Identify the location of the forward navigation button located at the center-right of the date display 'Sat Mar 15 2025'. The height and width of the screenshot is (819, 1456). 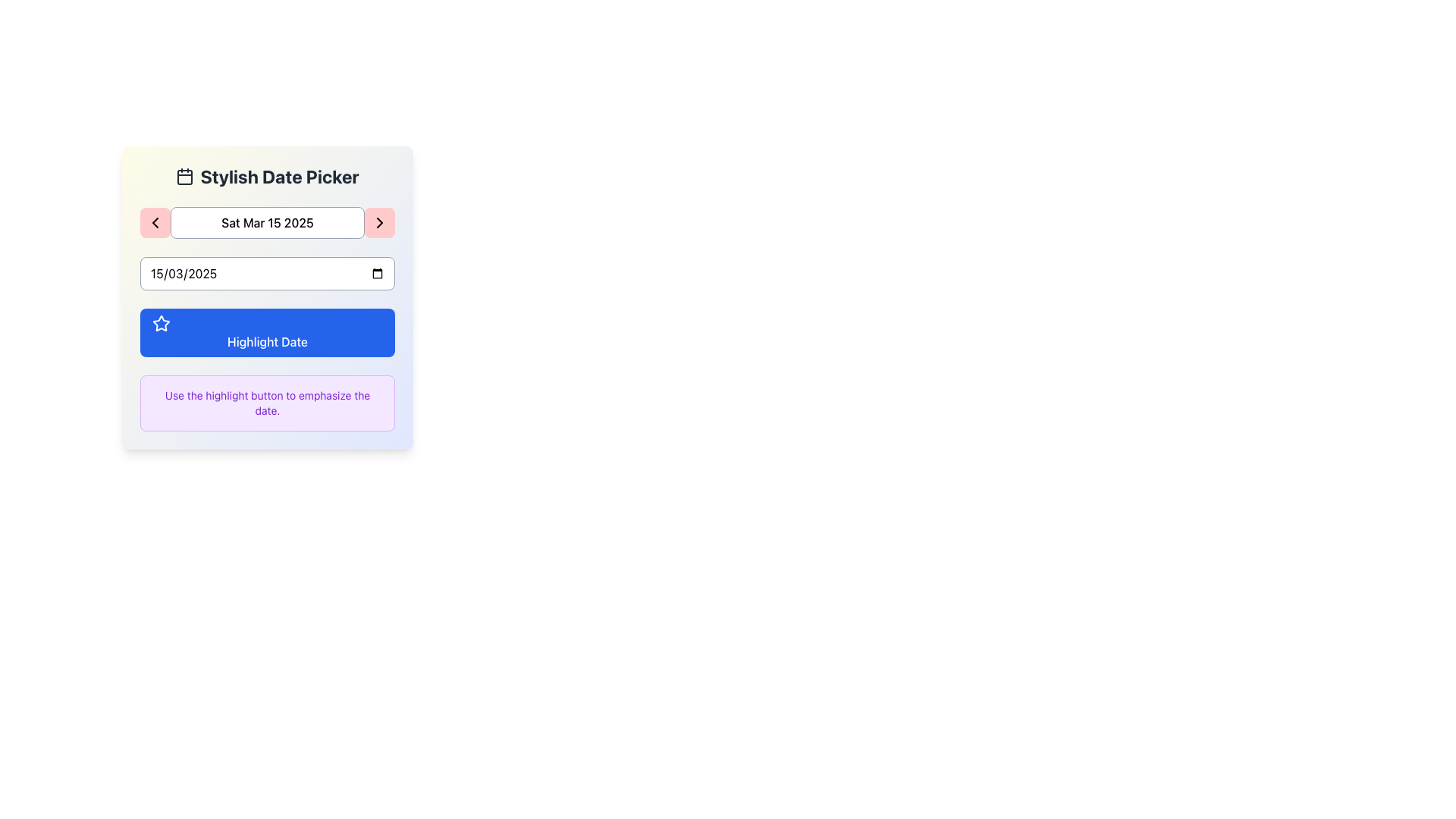
(379, 222).